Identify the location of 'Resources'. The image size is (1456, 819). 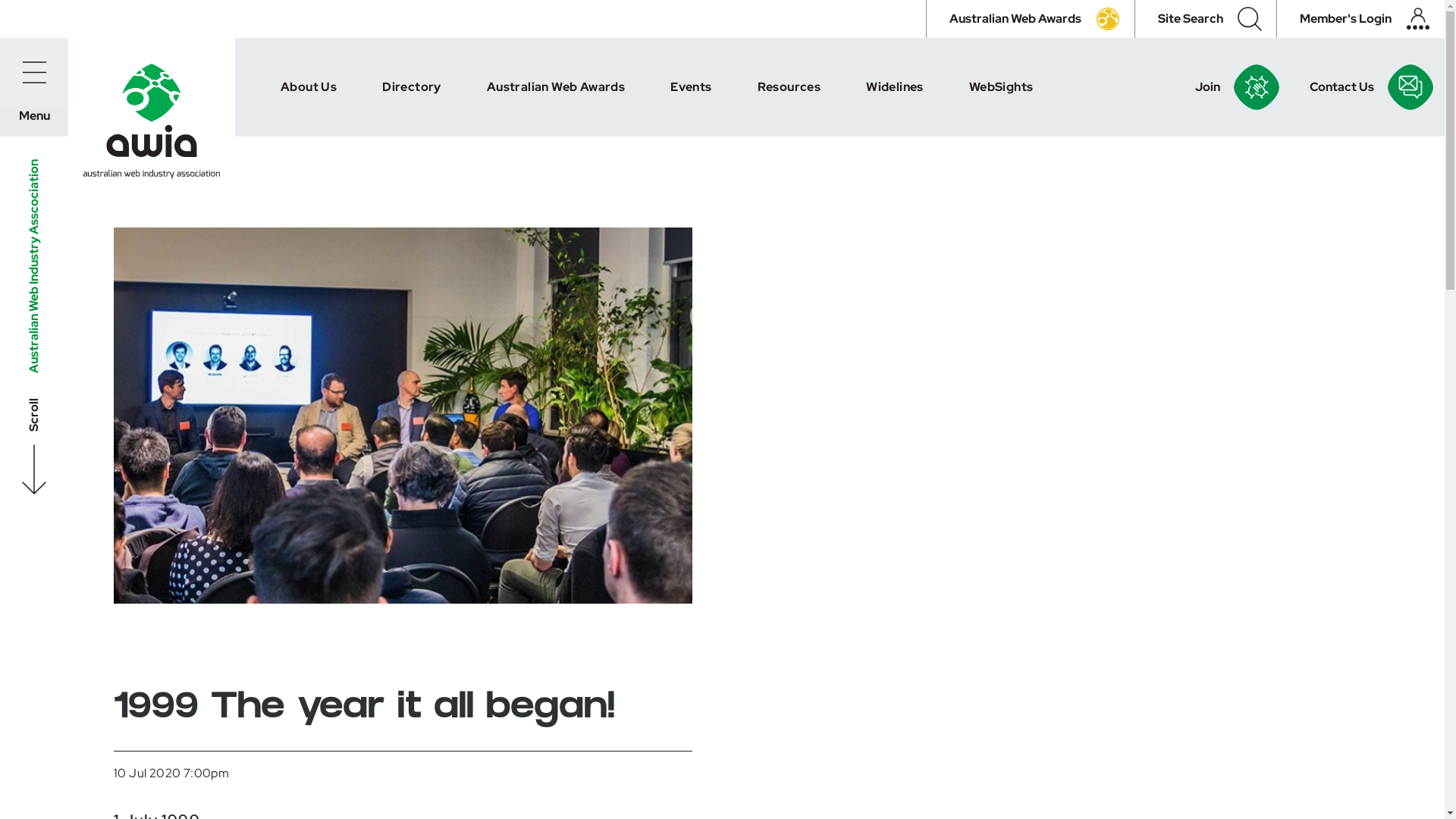
(735, 87).